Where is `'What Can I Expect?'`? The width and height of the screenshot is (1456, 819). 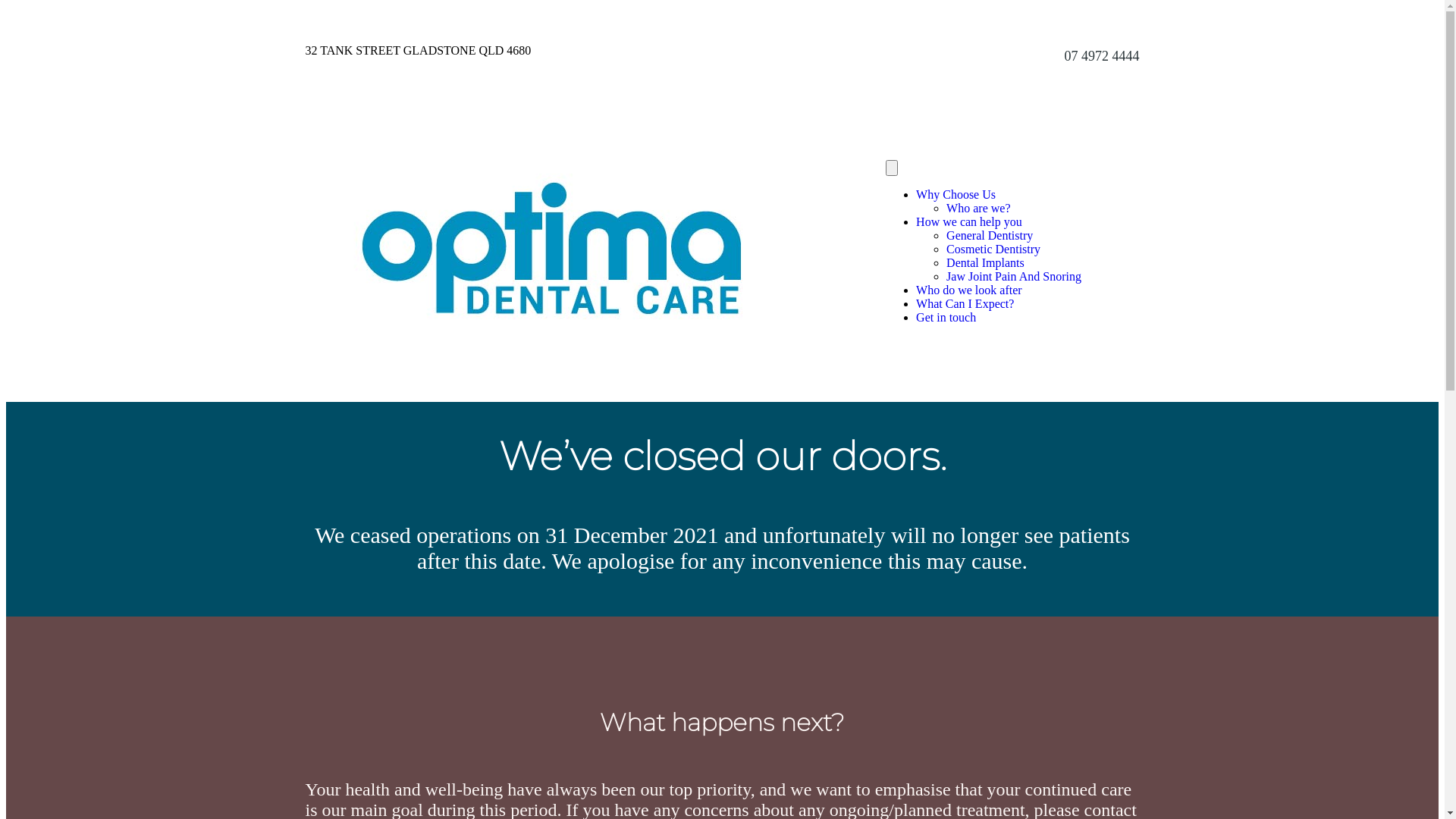 'What Can I Expect?' is located at coordinates (964, 303).